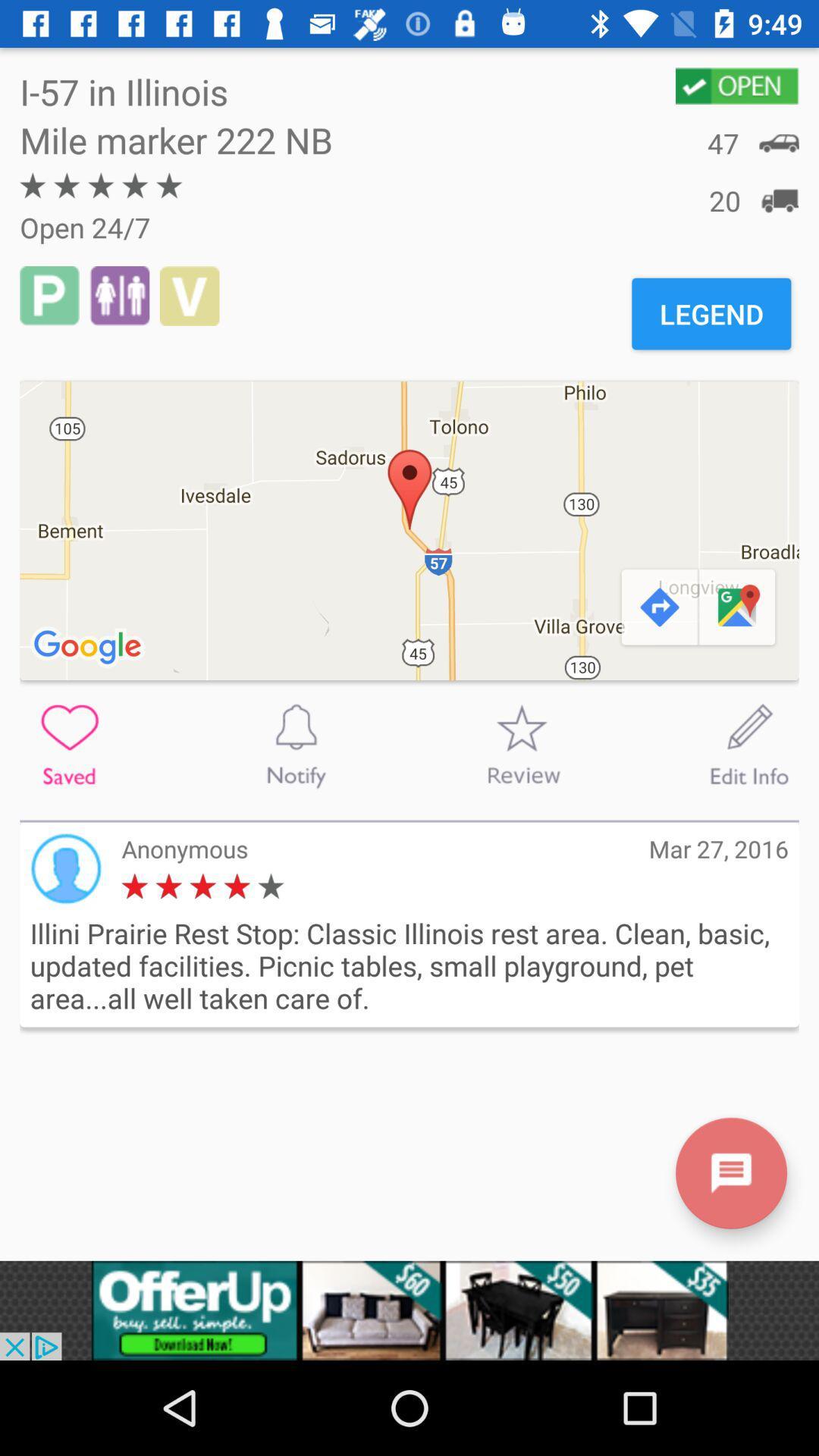 Image resolution: width=819 pixels, height=1456 pixels. Describe the element at coordinates (296, 745) in the screenshot. I see `nitify me about this property` at that location.